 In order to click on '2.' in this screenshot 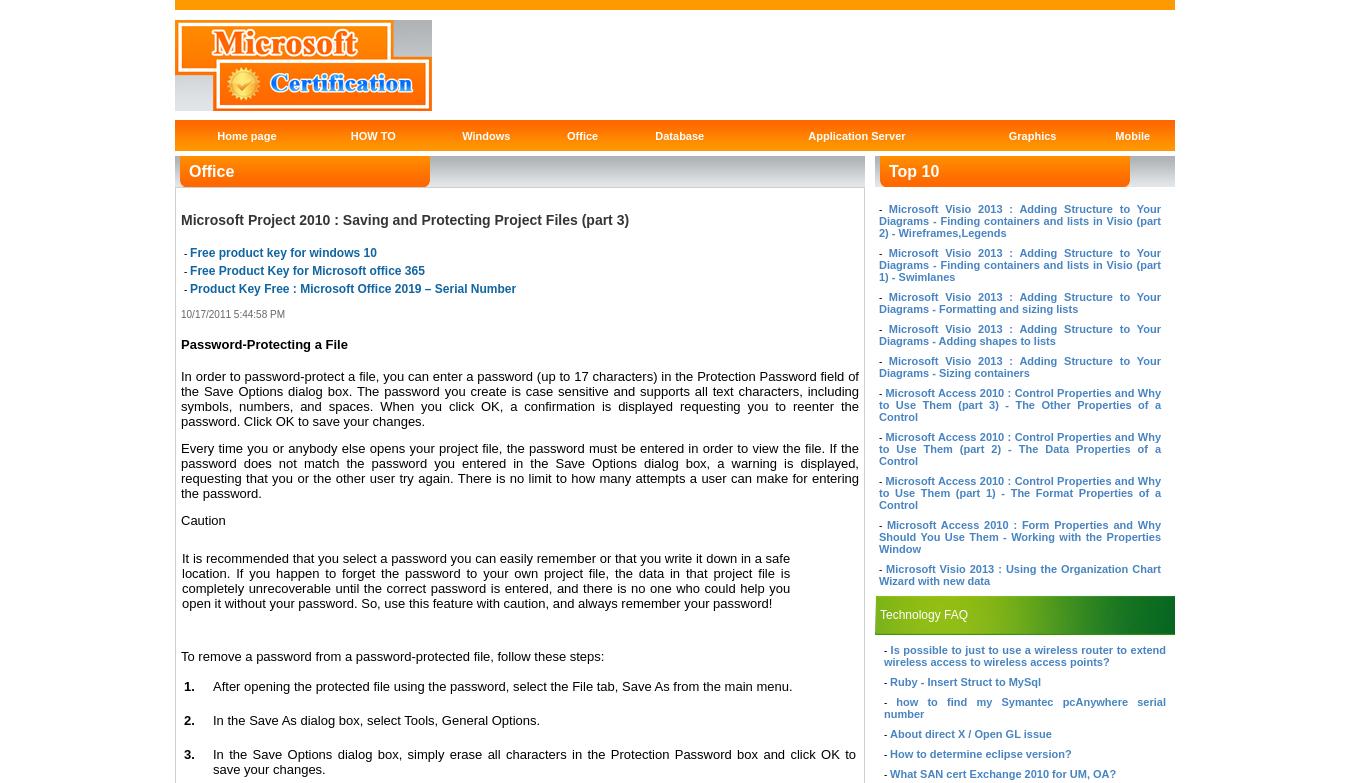, I will do `click(189, 719)`.